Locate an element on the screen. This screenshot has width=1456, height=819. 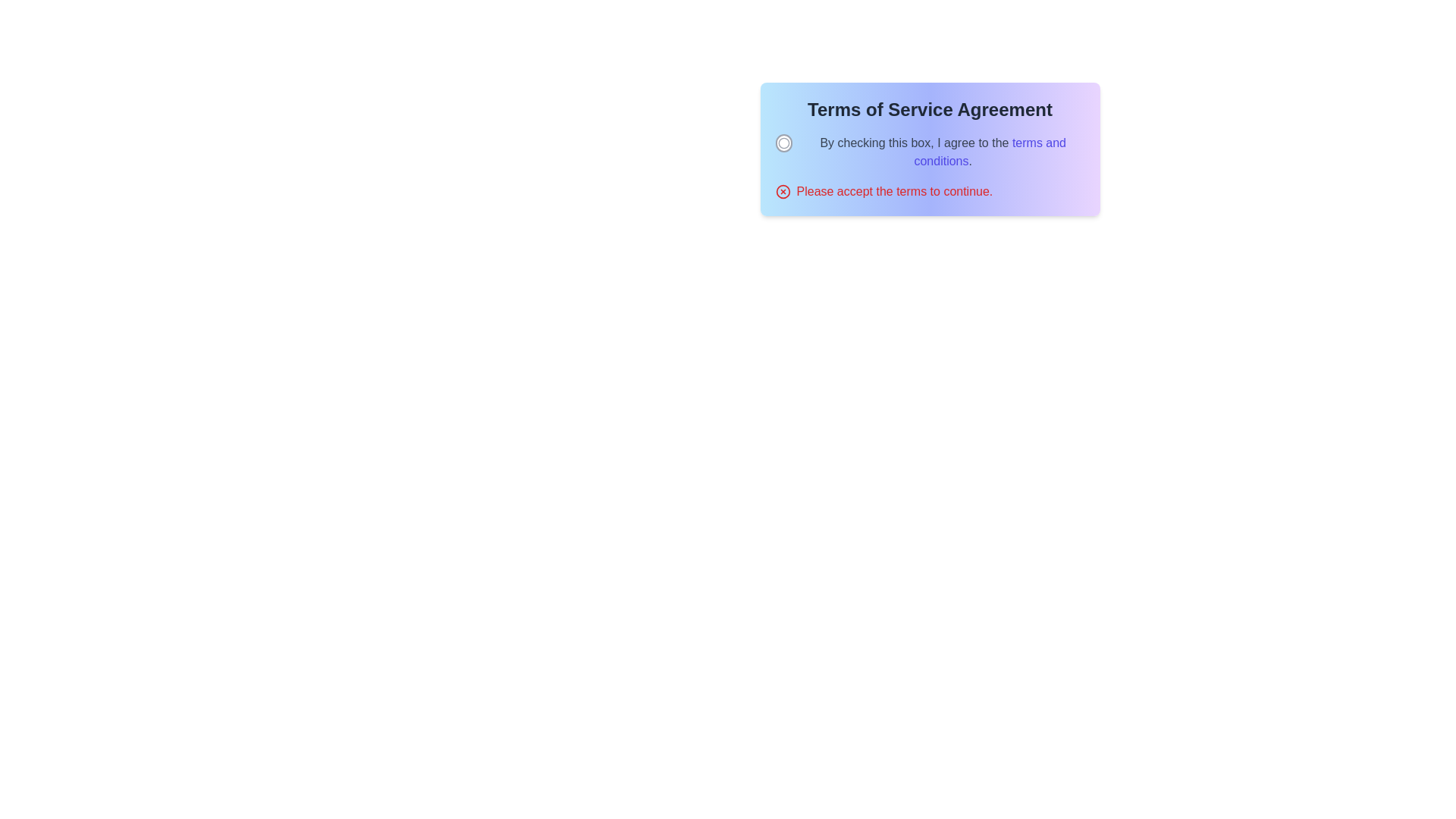
the checkbox located next to the text 'By checking this box, I agree to the terms and conditions.' for potential tooltip or visual feedback is located at coordinates (783, 143).